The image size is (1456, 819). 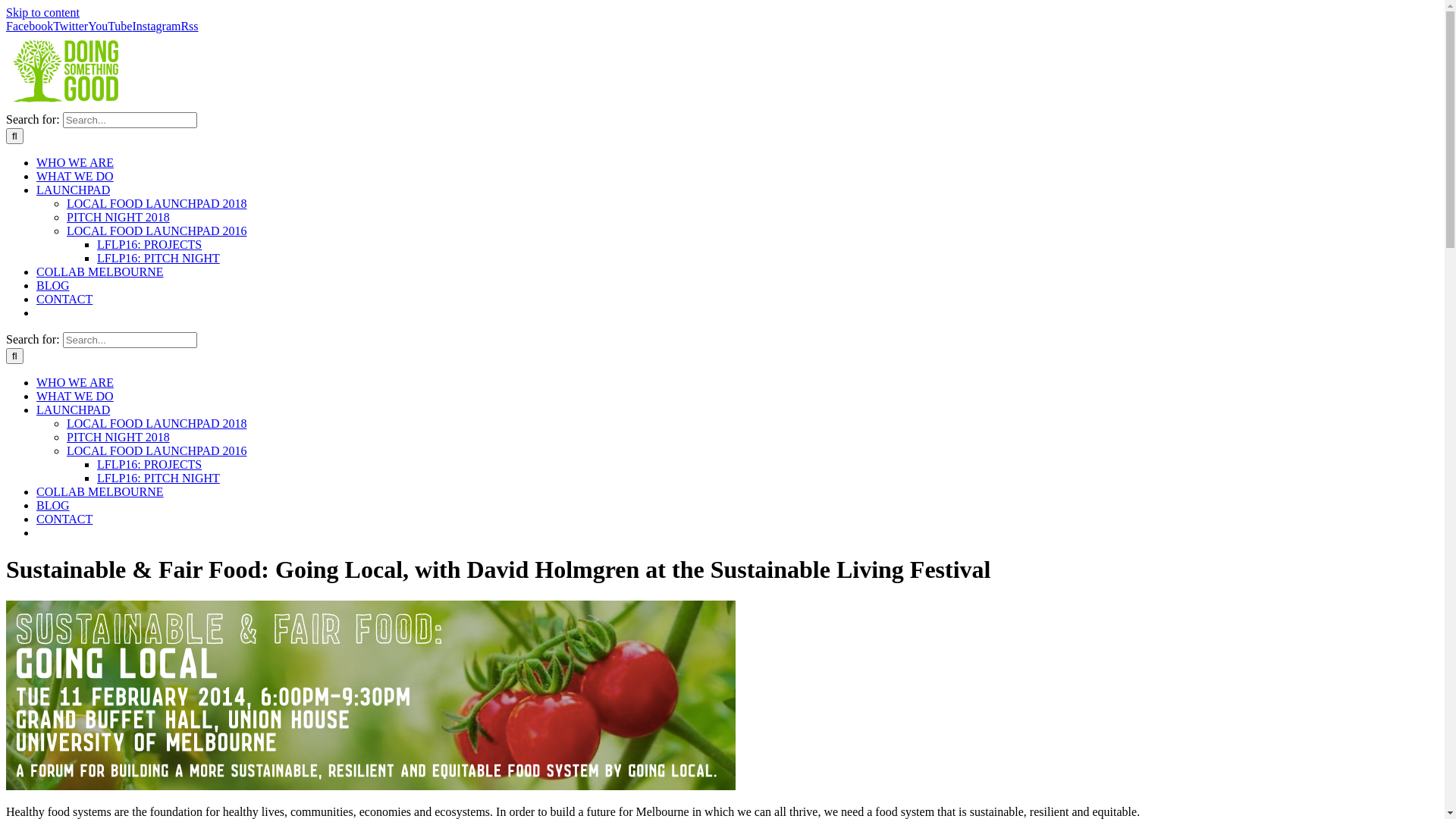 What do you see at coordinates (99, 271) in the screenshot?
I see `'COLLAB MELBOURNE'` at bounding box center [99, 271].